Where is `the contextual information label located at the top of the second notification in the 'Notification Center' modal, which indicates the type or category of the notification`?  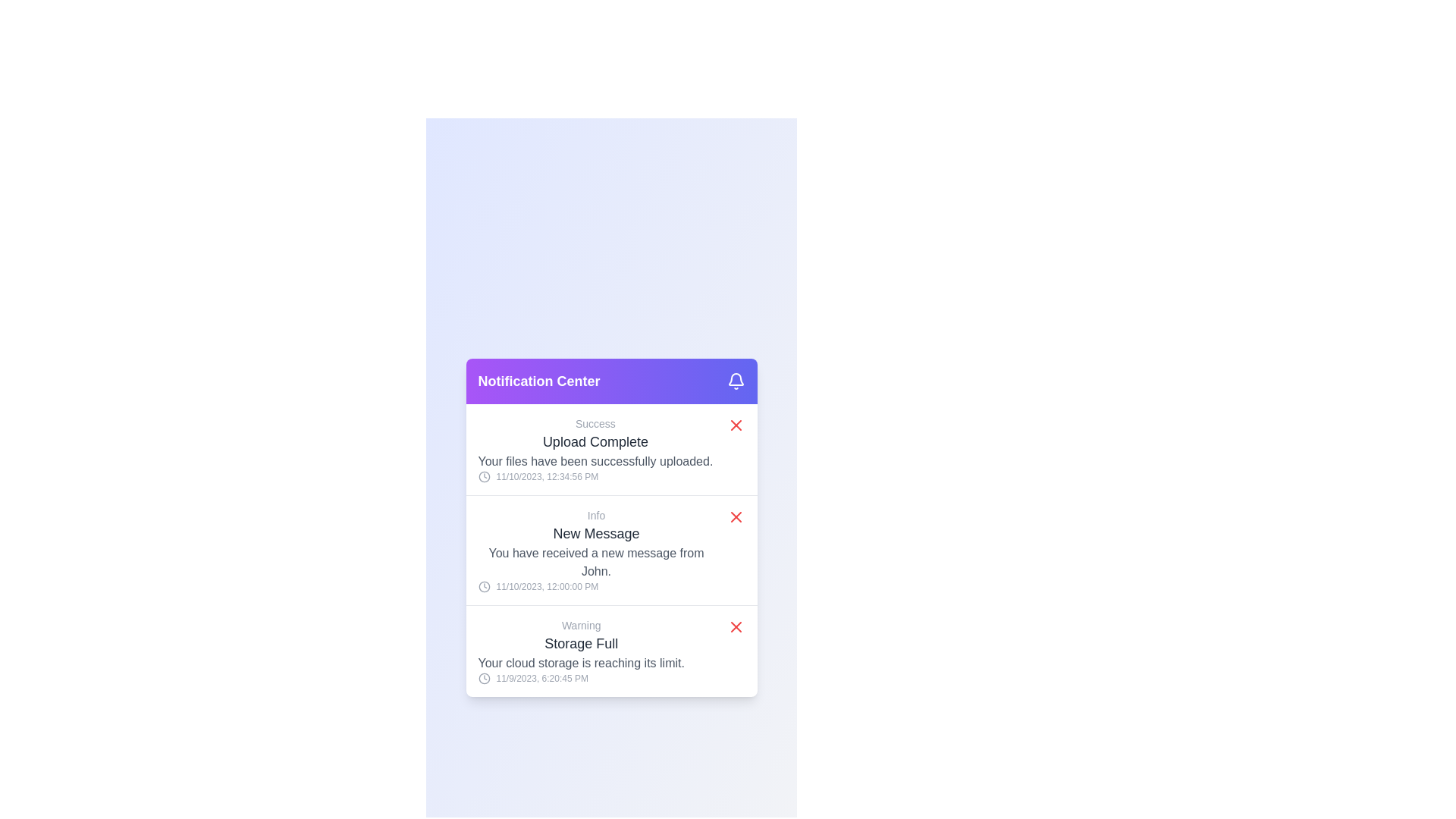 the contextual information label located at the top of the second notification in the 'Notification Center' modal, which indicates the type or category of the notification is located at coordinates (595, 514).